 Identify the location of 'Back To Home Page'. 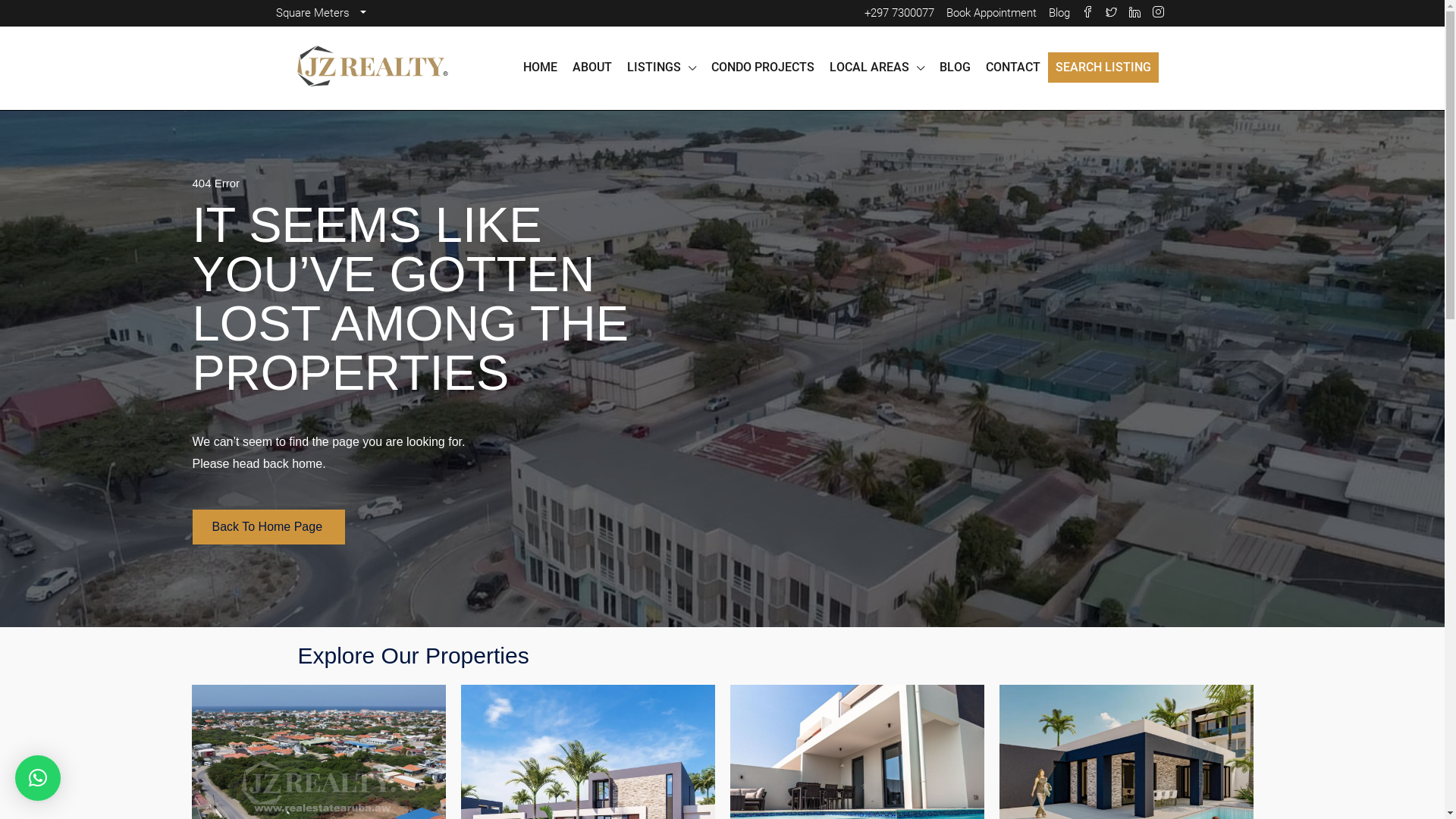
(269, 526).